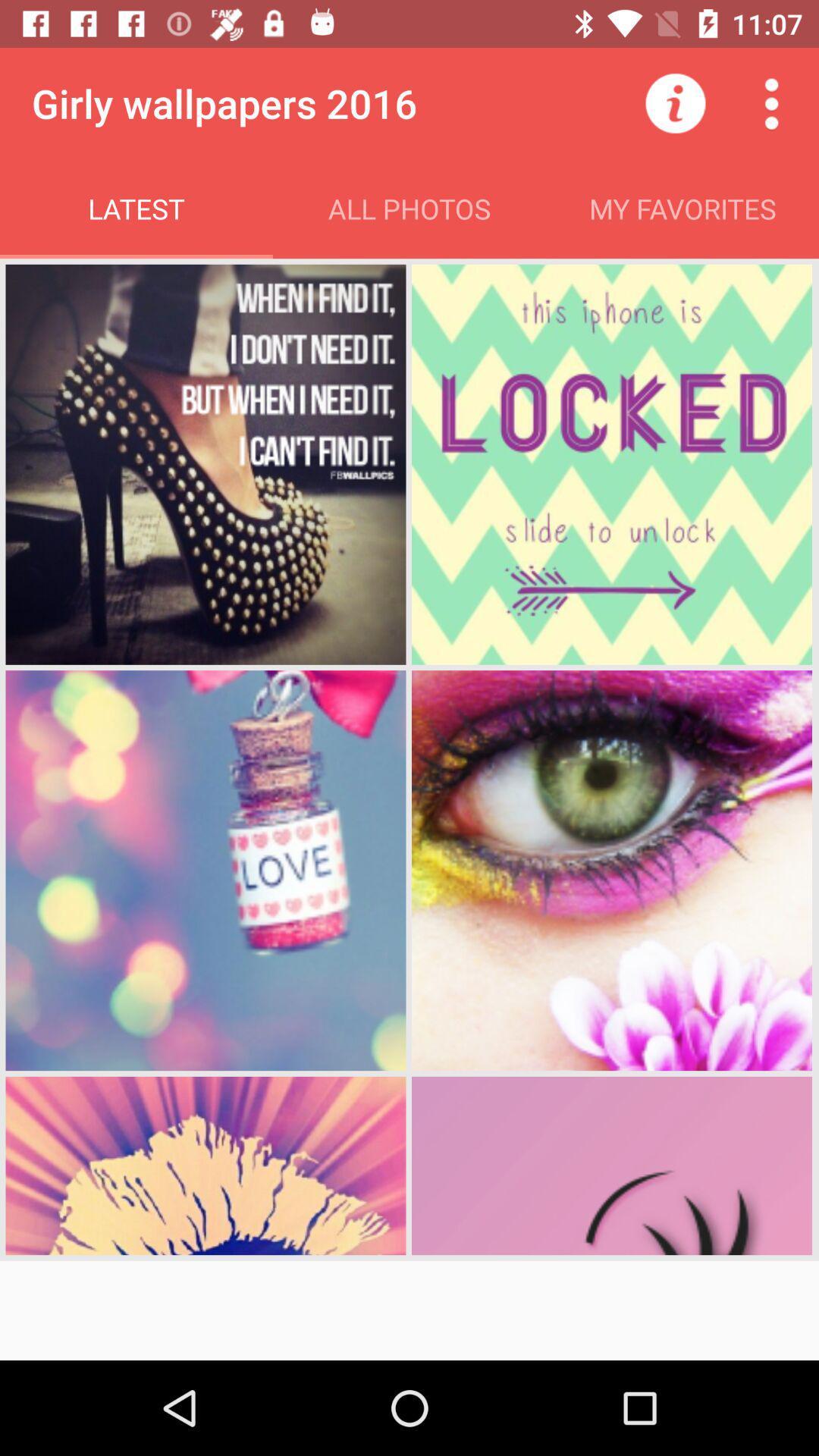 Image resolution: width=819 pixels, height=1456 pixels. What do you see at coordinates (771, 103) in the screenshot?
I see `the menu button` at bounding box center [771, 103].